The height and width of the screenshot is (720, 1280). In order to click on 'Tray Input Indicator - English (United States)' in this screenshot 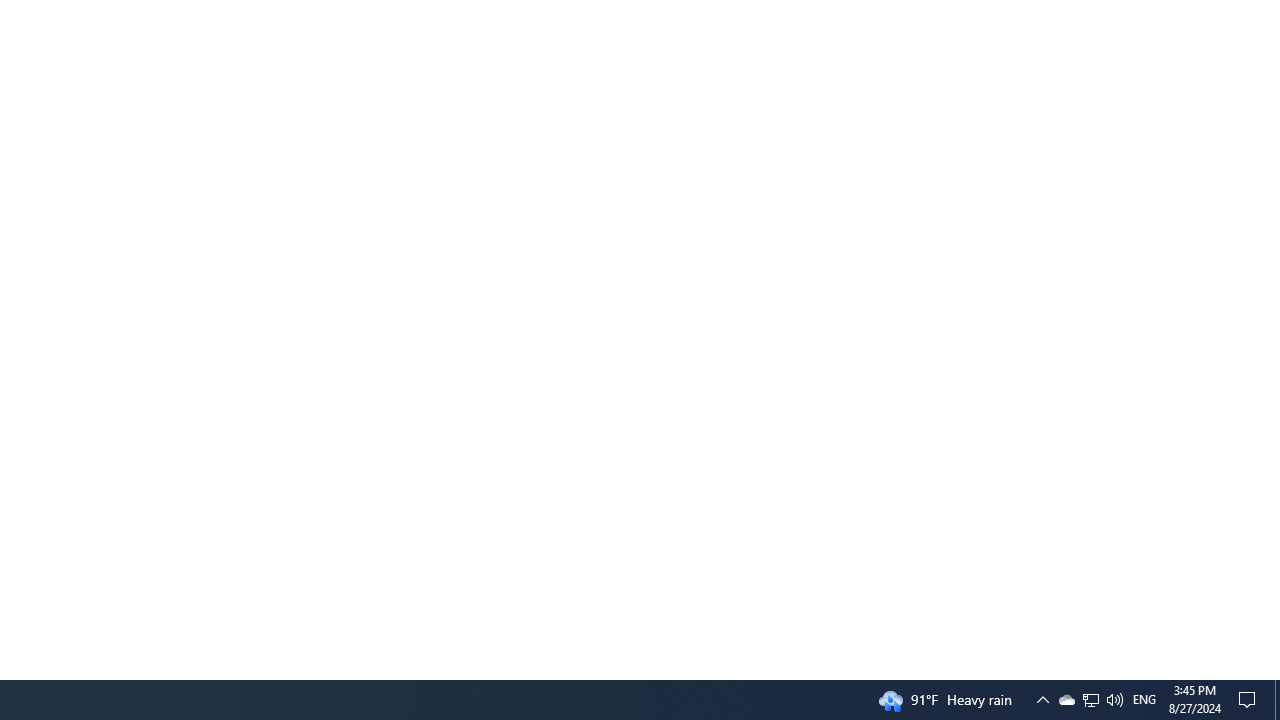, I will do `click(1144, 698)`.